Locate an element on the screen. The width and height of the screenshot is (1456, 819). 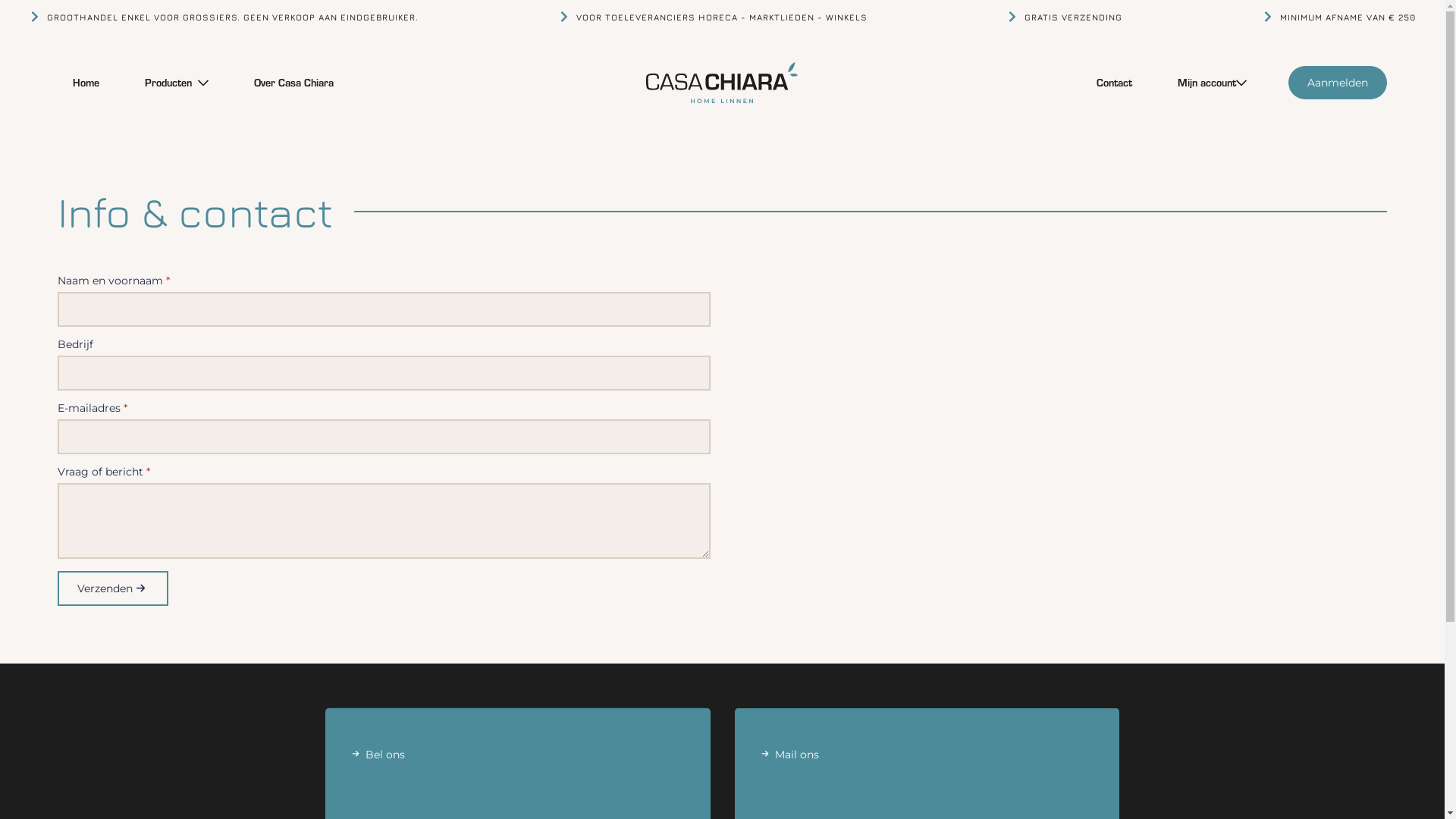
'Producten  ' is located at coordinates (164, 82).